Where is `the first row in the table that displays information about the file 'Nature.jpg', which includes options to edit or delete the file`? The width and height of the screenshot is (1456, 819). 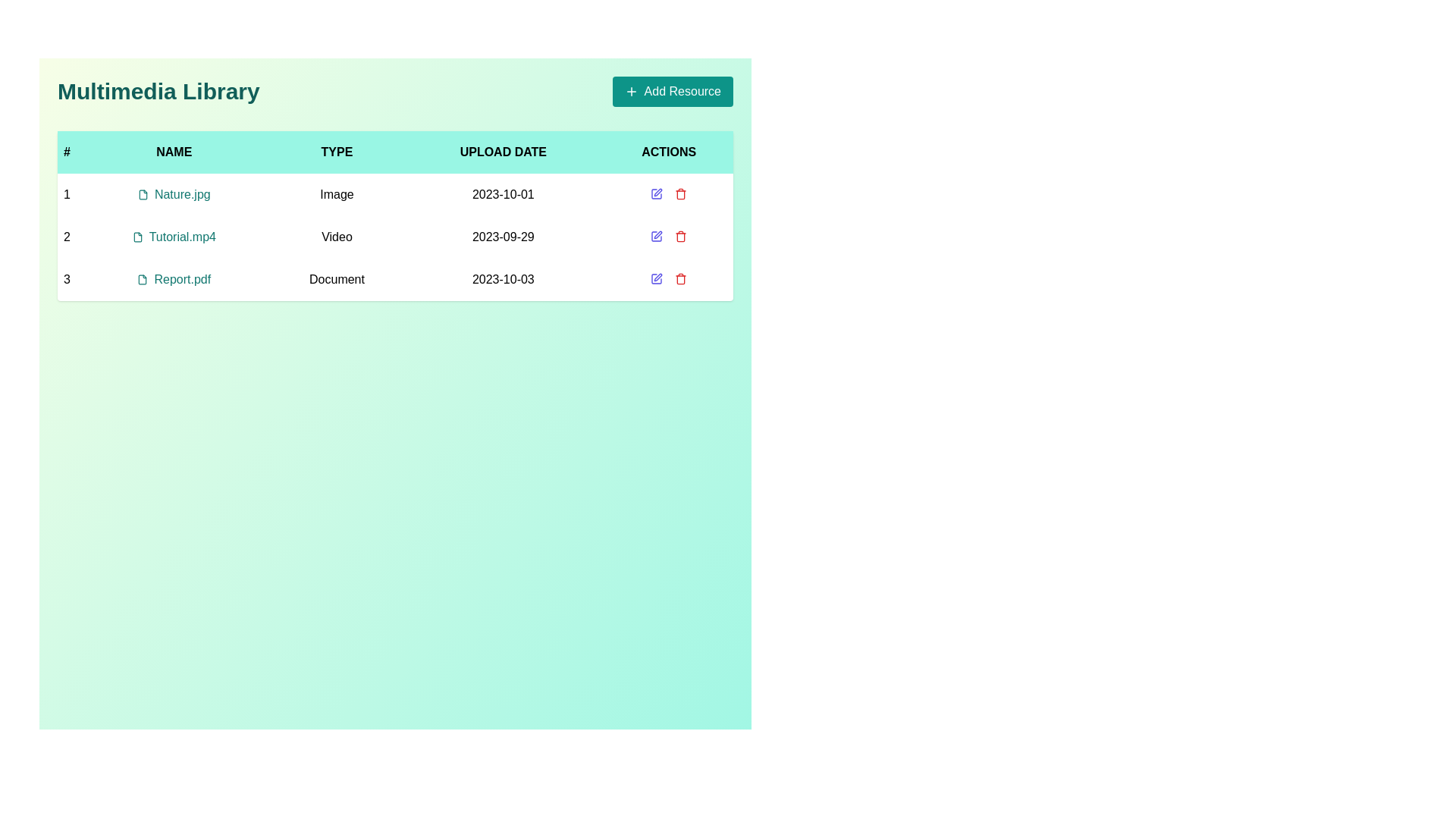 the first row in the table that displays information about the file 'Nature.jpg', which includes options to edit or delete the file is located at coordinates (395, 194).